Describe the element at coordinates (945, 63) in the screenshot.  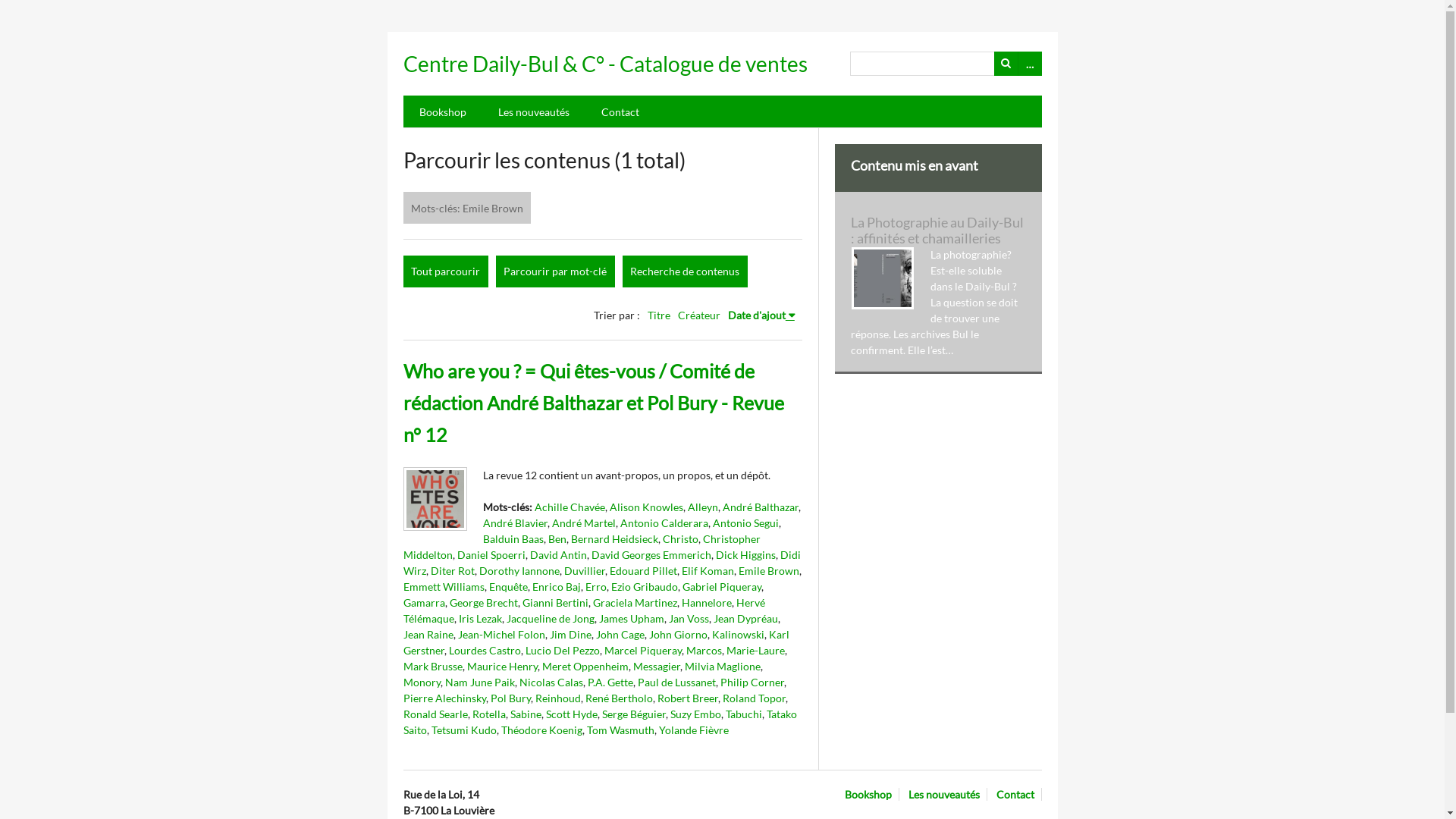
I see `'Recherche'` at that location.